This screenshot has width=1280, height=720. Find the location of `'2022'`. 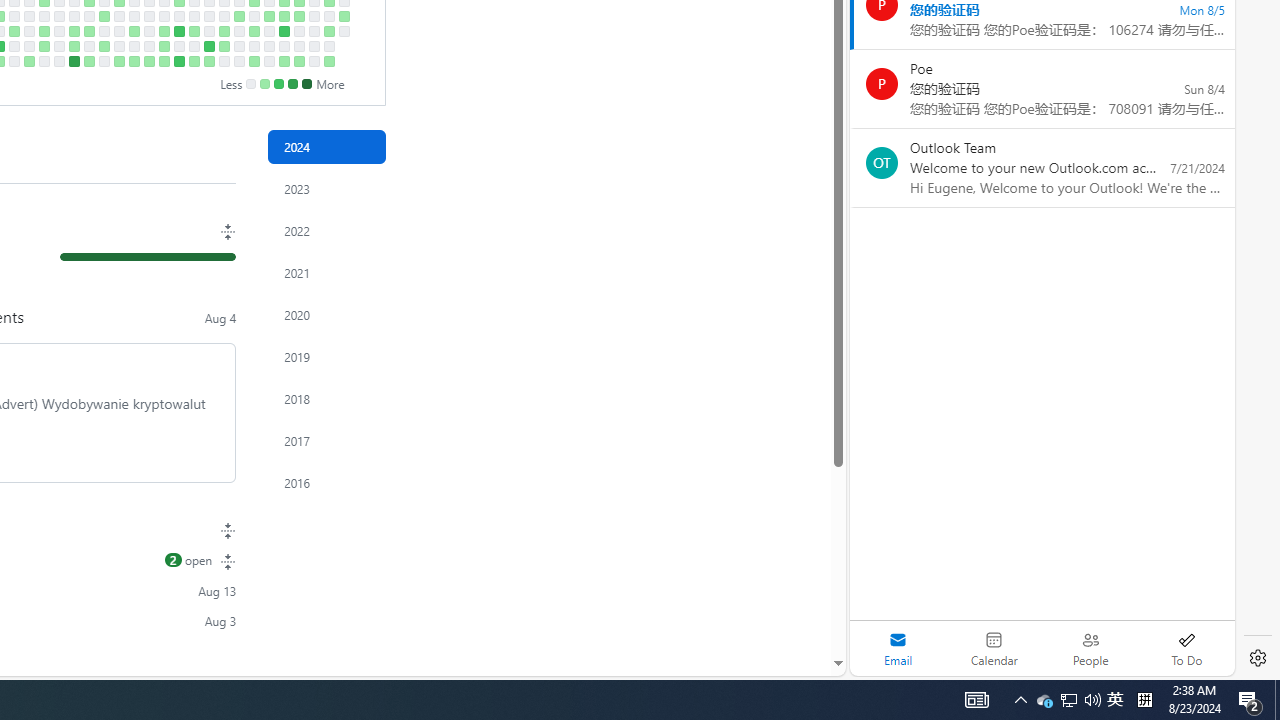

'2022' is located at coordinates (327, 229).